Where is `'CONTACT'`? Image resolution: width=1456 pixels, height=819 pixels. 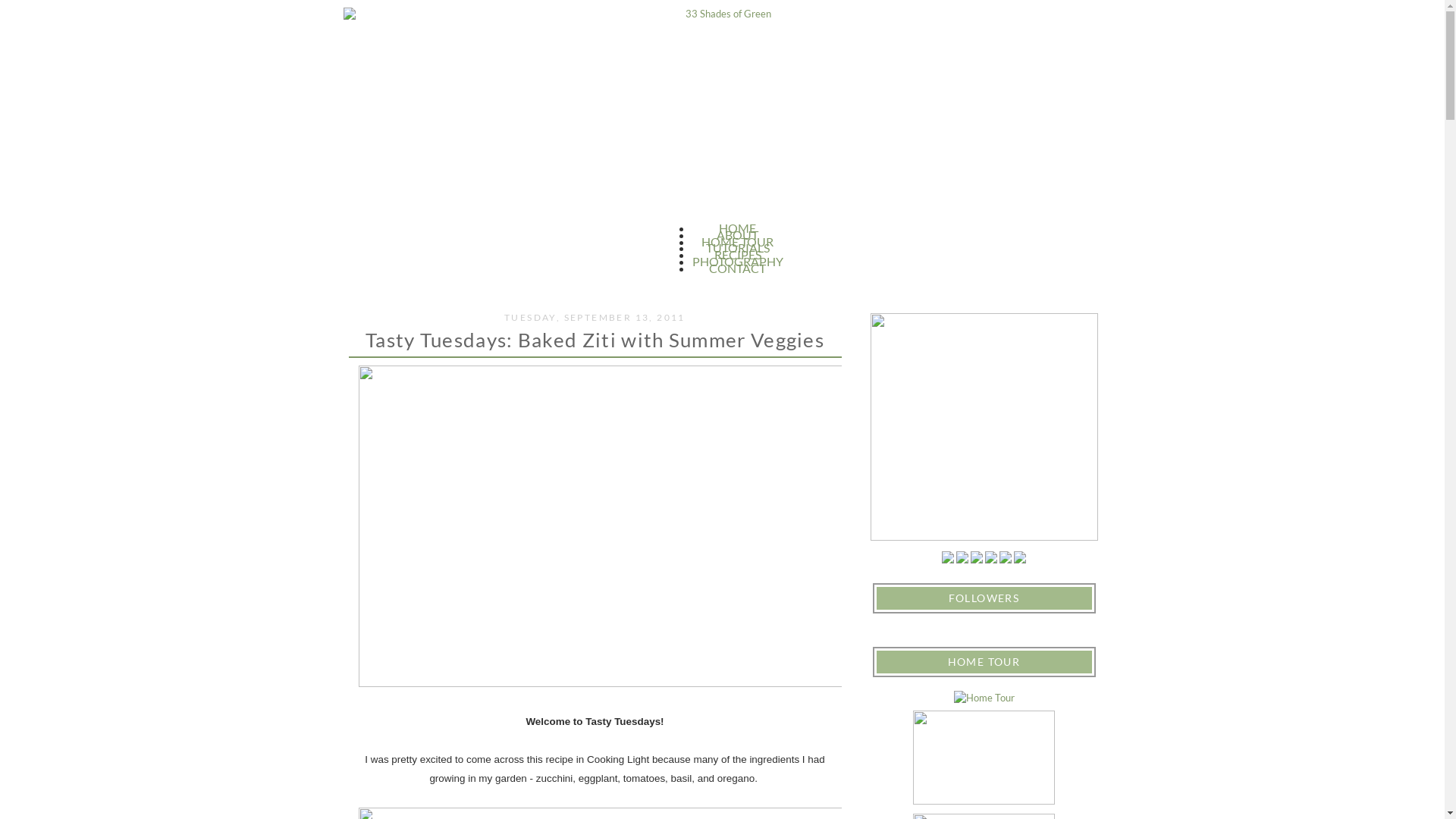 'CONTACT' is located at coordinates (737, 267).